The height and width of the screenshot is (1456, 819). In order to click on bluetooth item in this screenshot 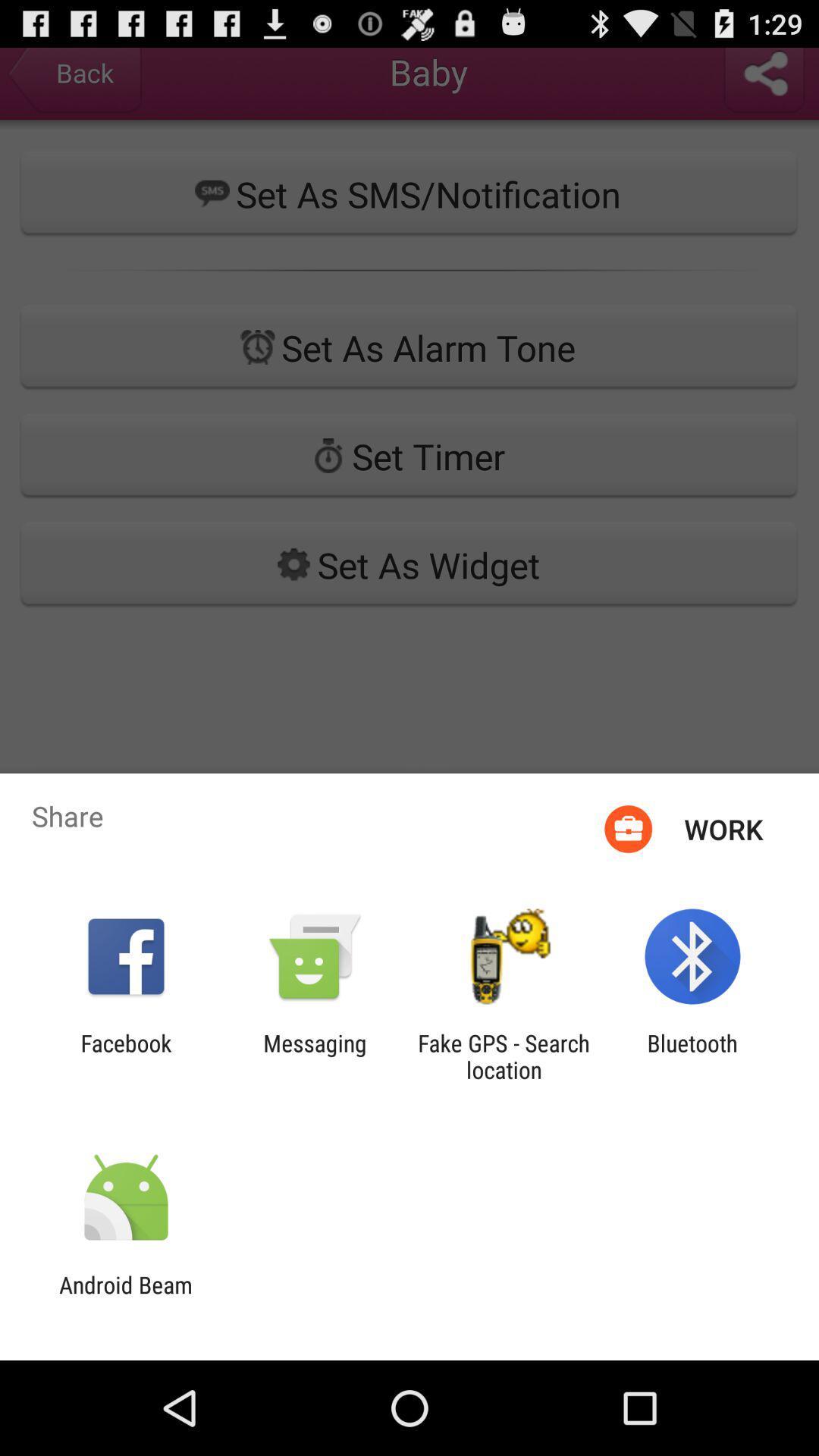, I will do `click(692, 1056)`.